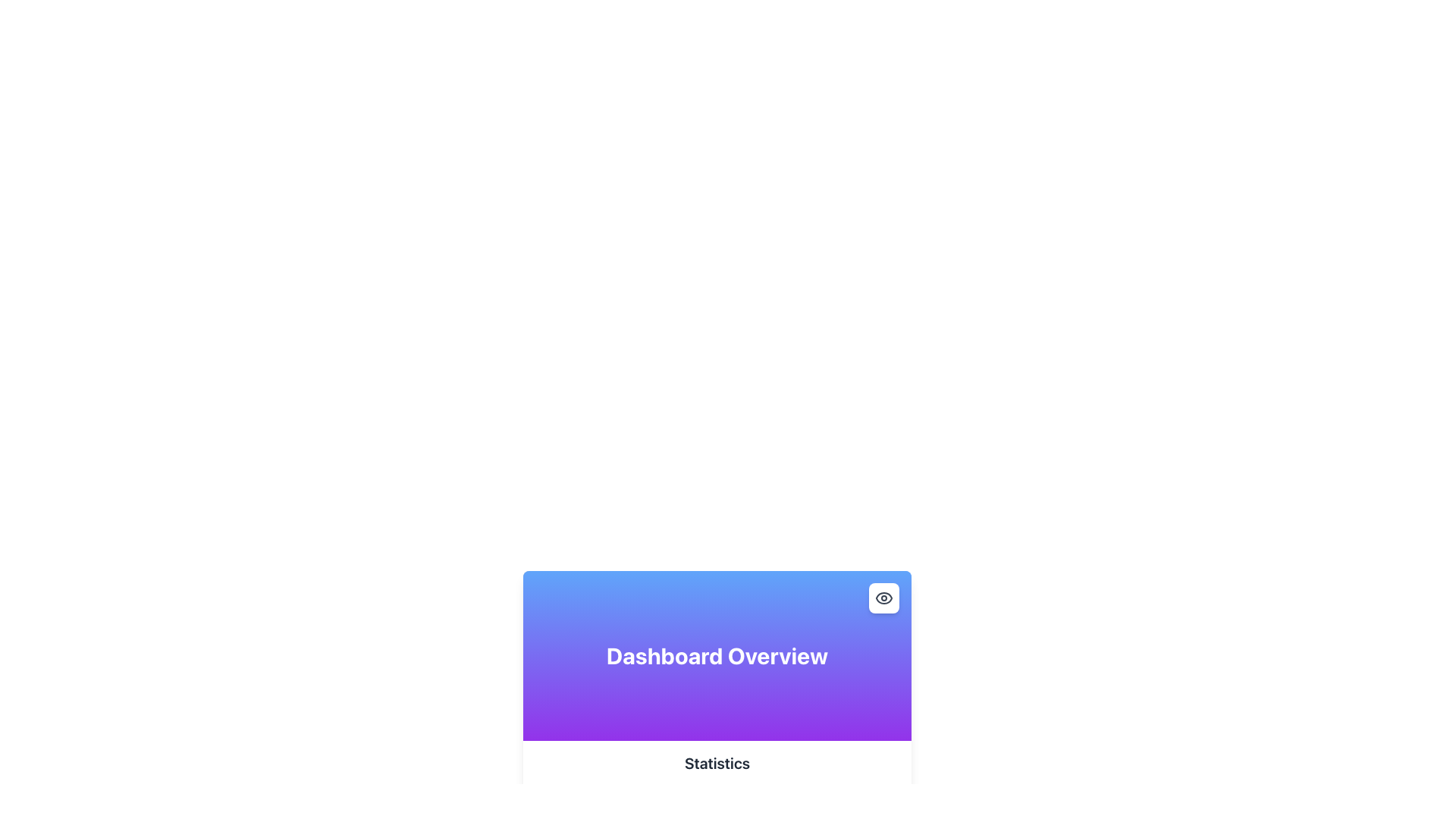 The height and width of the screenshot is (819, 1456). I want to click on the 'Dashboard Overview' text label, which serves as the title for the panel providing an overview of the dashboard, so click(716, 654).